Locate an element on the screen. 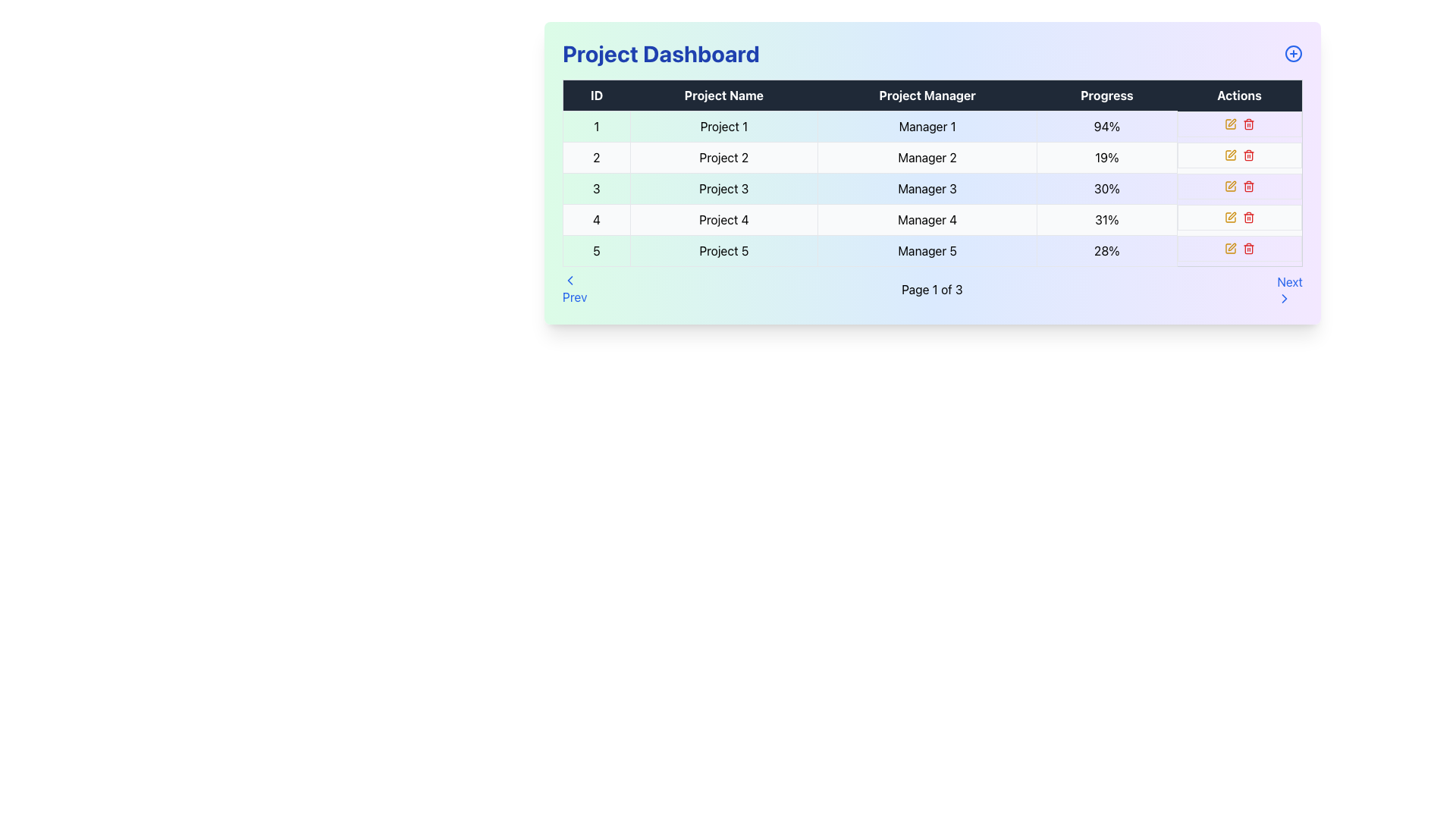 The image size is (1456, 819). the editing icon with rounded corners located in the 'Actions' column for 'Project 2', positioned to the left of the trash can icon is located at coordinates (1230, 155).